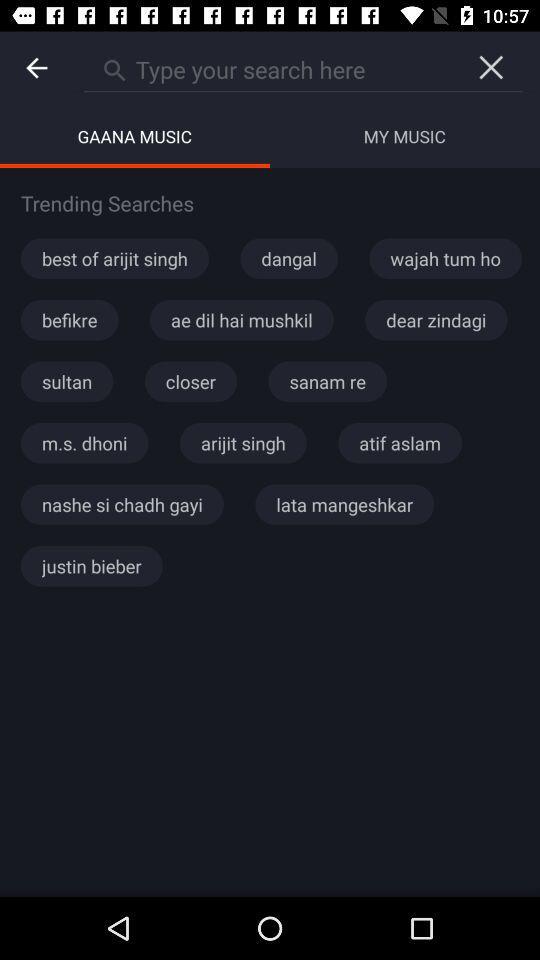  Describe the element at coordinates (270, 67) in the screenshot. I see `search option` at that location.